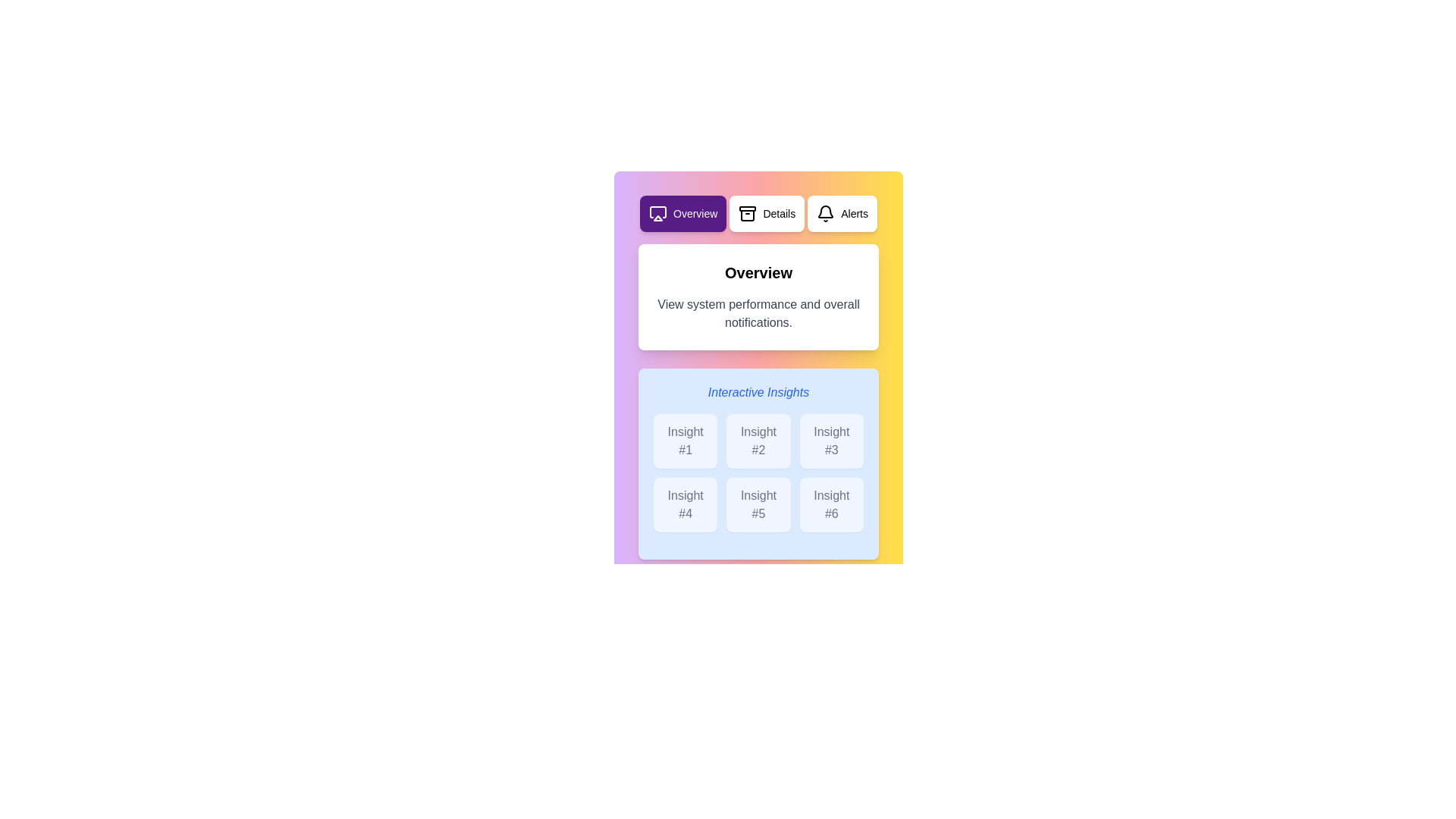 The width and height of the screenshot is (1456, 819). Describe the element at coordinates (825, 213) in the screenshot. I see `the icon of the Alerts tab` at that location.